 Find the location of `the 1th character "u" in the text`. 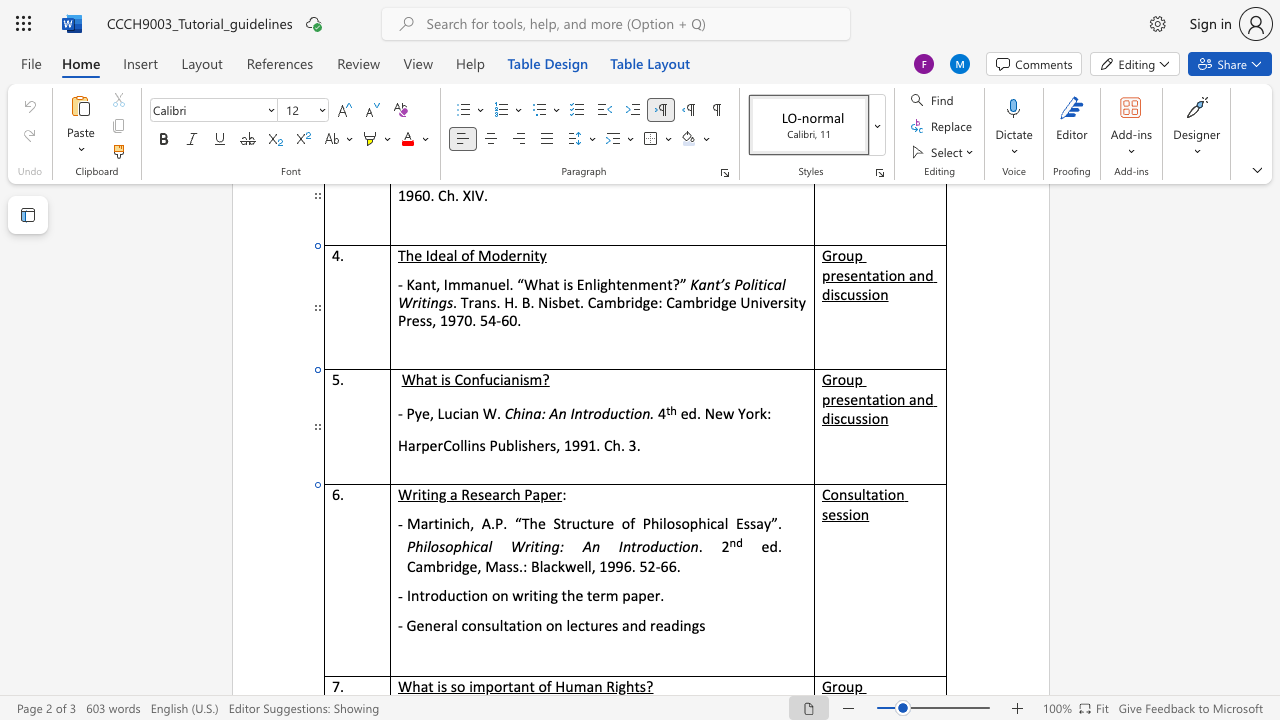

the 1th character "u" in the text is located at coordinates (488, 379).